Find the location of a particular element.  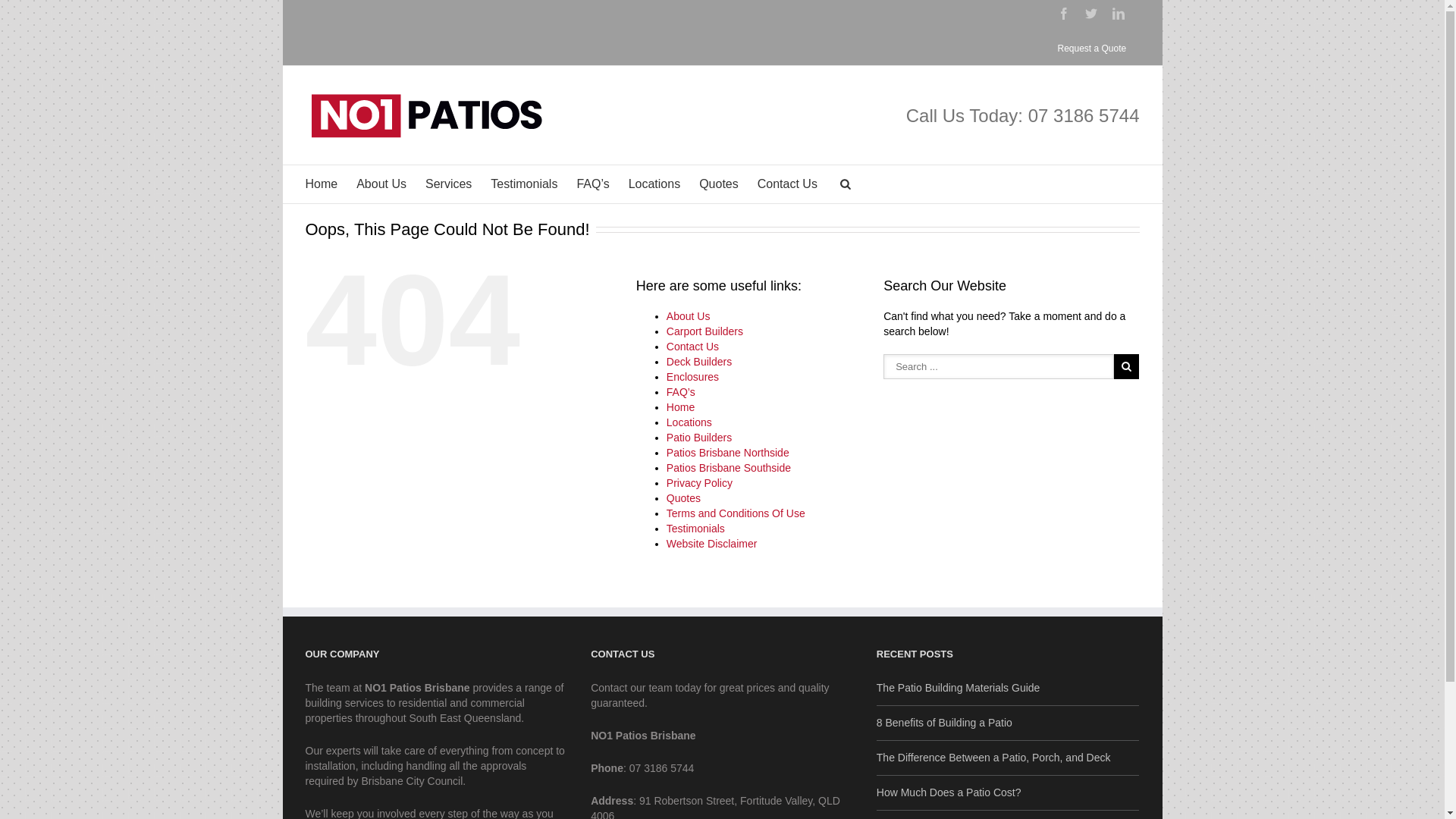

'Testimonials' is located at coordinates (695, 528).